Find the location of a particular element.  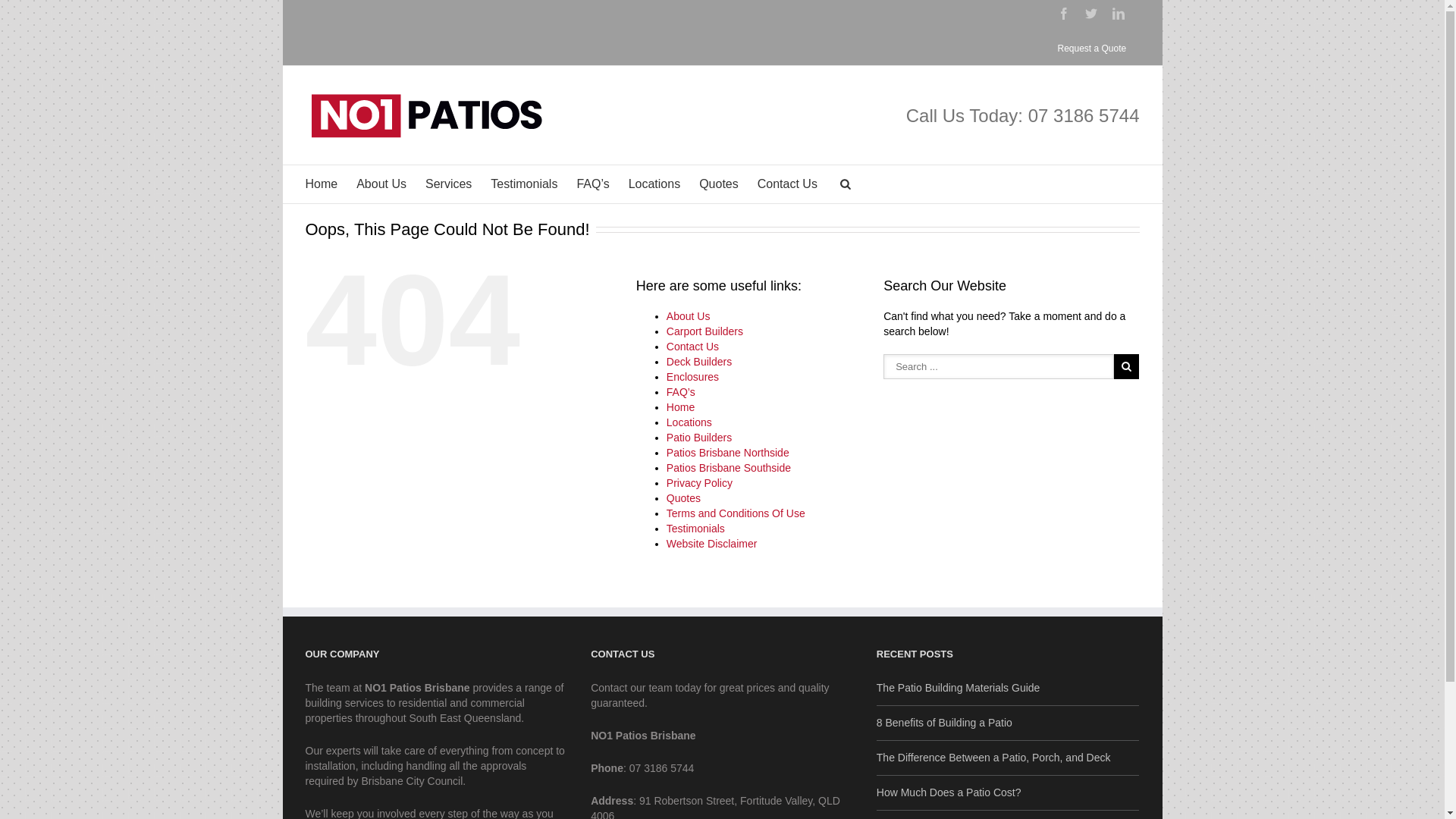

'Testimonials' is located at coordinates (695, 528).